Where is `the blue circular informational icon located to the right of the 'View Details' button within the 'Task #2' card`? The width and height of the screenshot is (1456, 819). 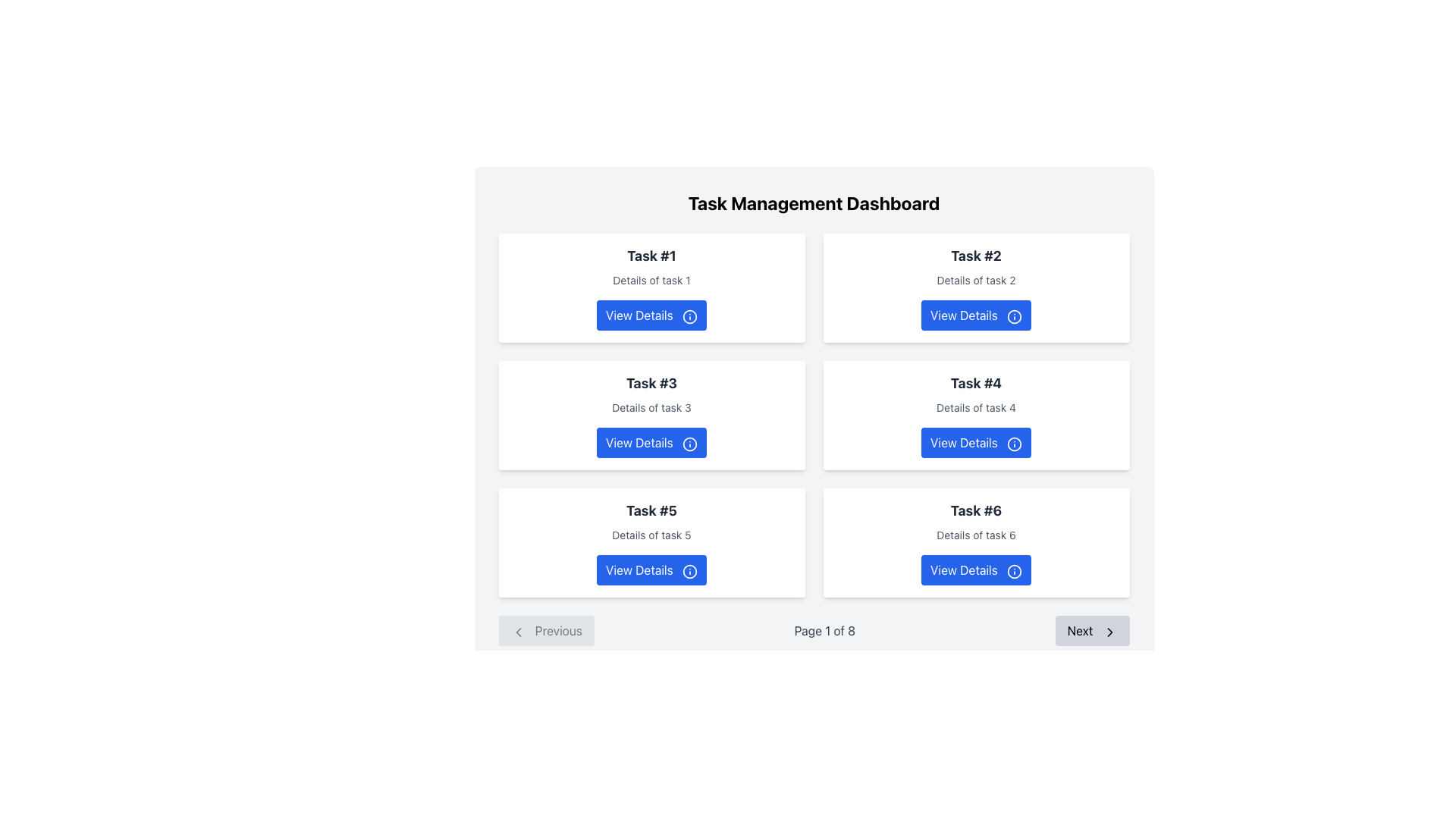 the blue circular informational icon located to the right of the 'View Details' button within the 'Task #2' card is located at coordinates (1015, 315).